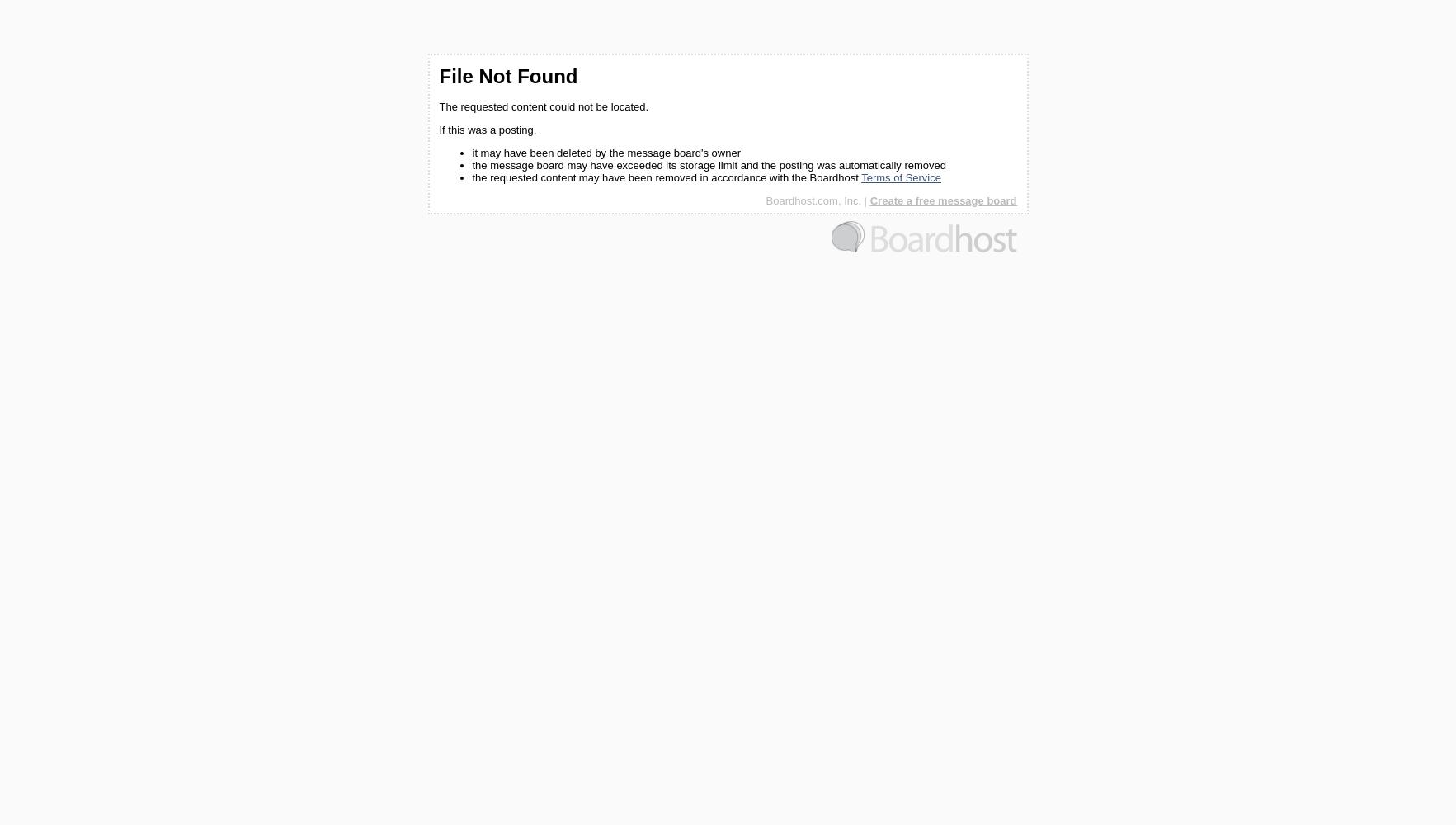 This screenshot has height=825, width=1456. I want to click on 'The requested content could not be located.', so click(543, 106).